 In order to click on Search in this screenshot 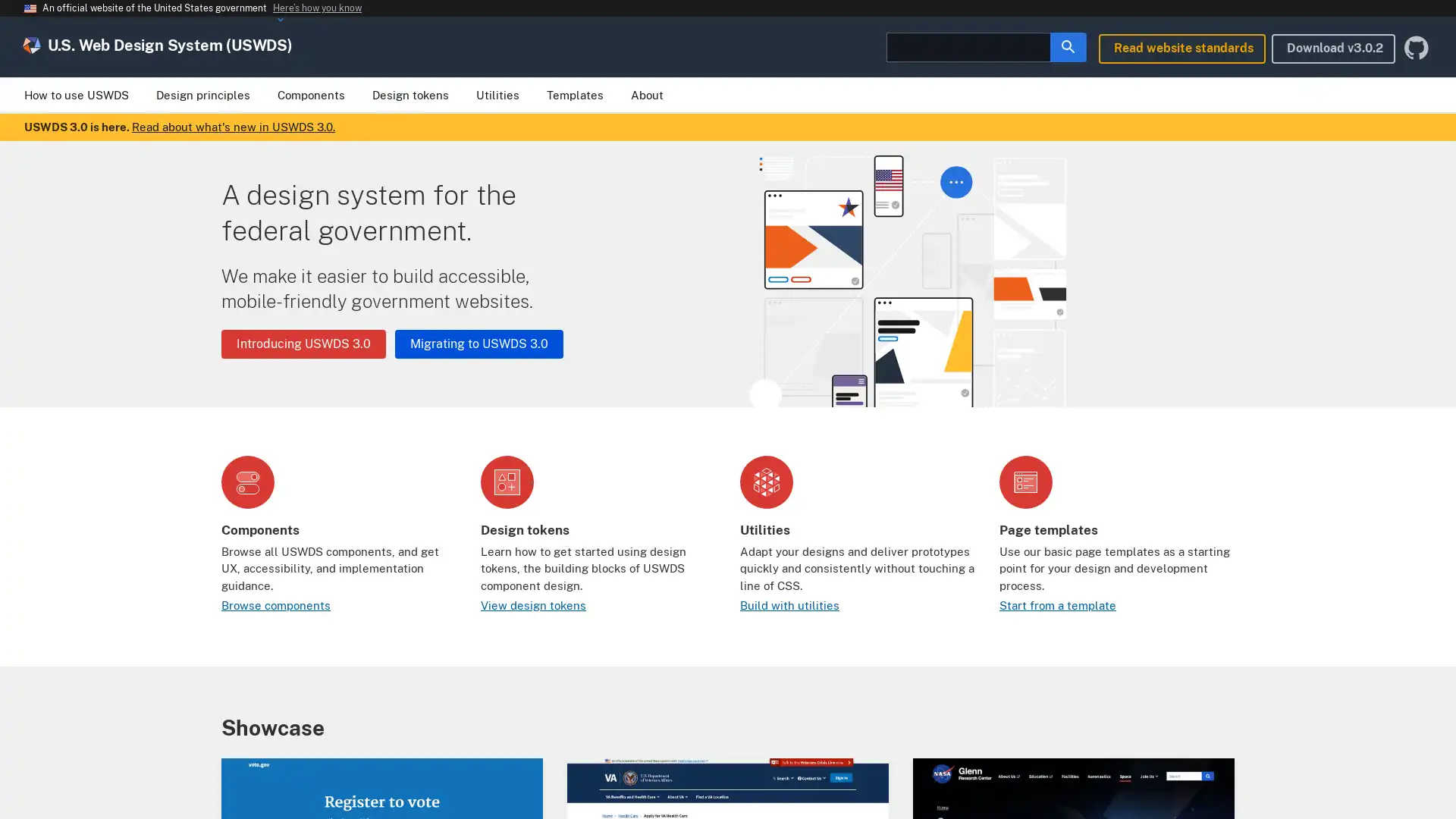, I will do `click(1068, 45)`.